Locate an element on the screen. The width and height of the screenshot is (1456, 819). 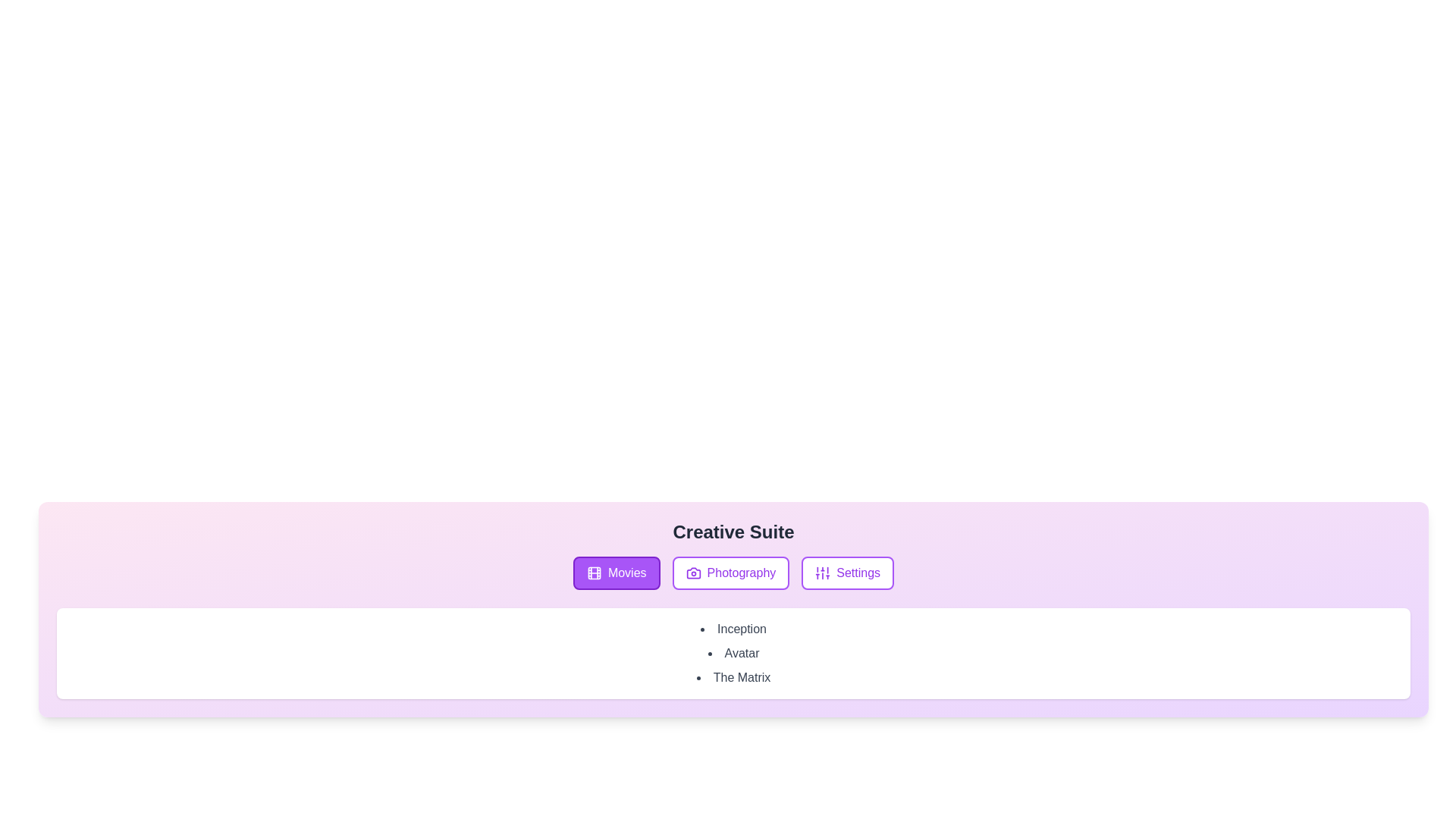
the 'Photography' button, which is a rectangular button with rounded corners, featuring purple text and a camera icon, located below the 'Creative Suite' heading is located at coordinates (730, 573).